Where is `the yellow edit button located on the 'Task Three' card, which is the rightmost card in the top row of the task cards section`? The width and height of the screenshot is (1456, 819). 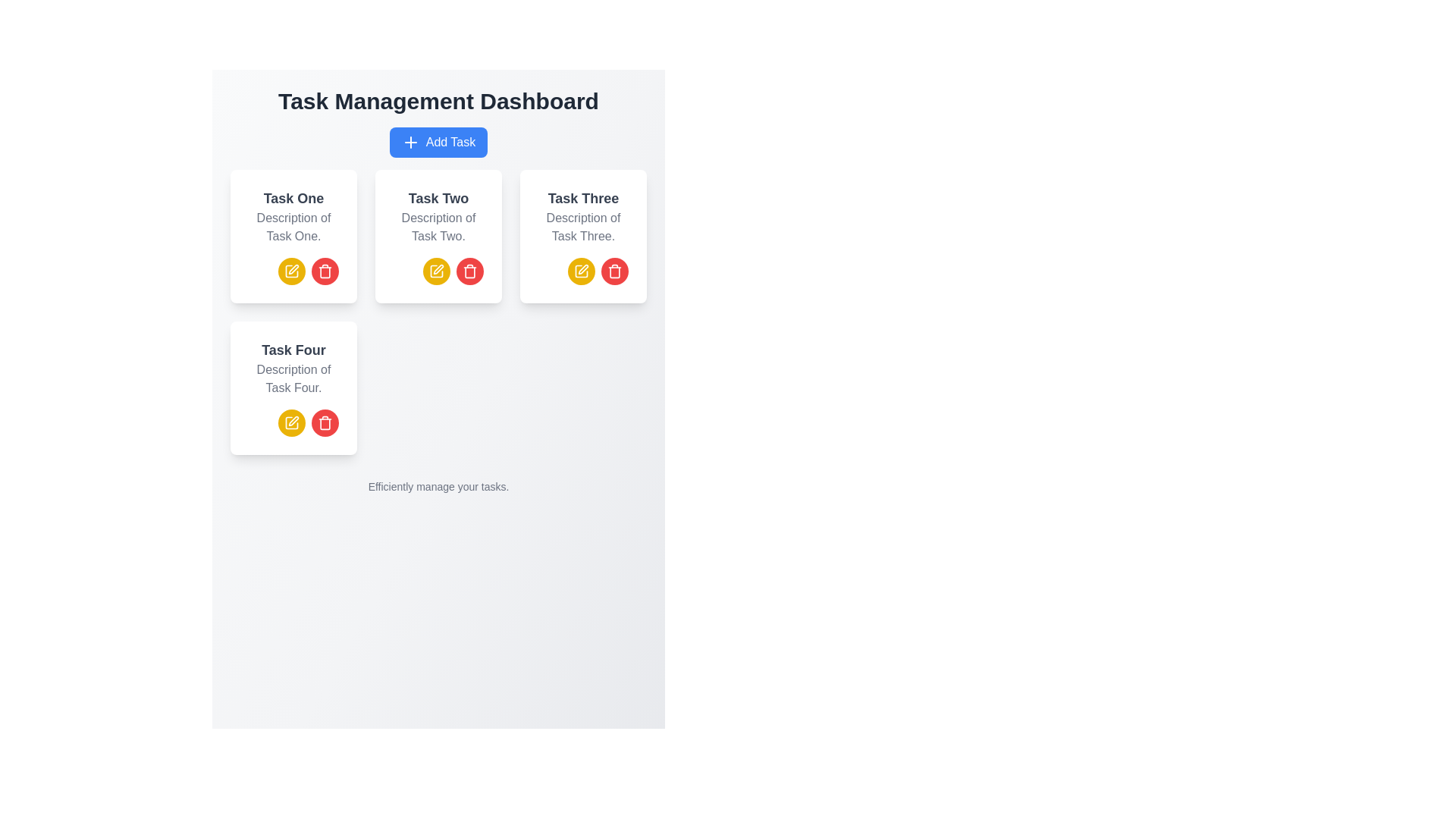
the yellow edit button located on the 'Task Three' card, which is the rightmost card in the top row of the task cards section is located at coordinates (582, 271).